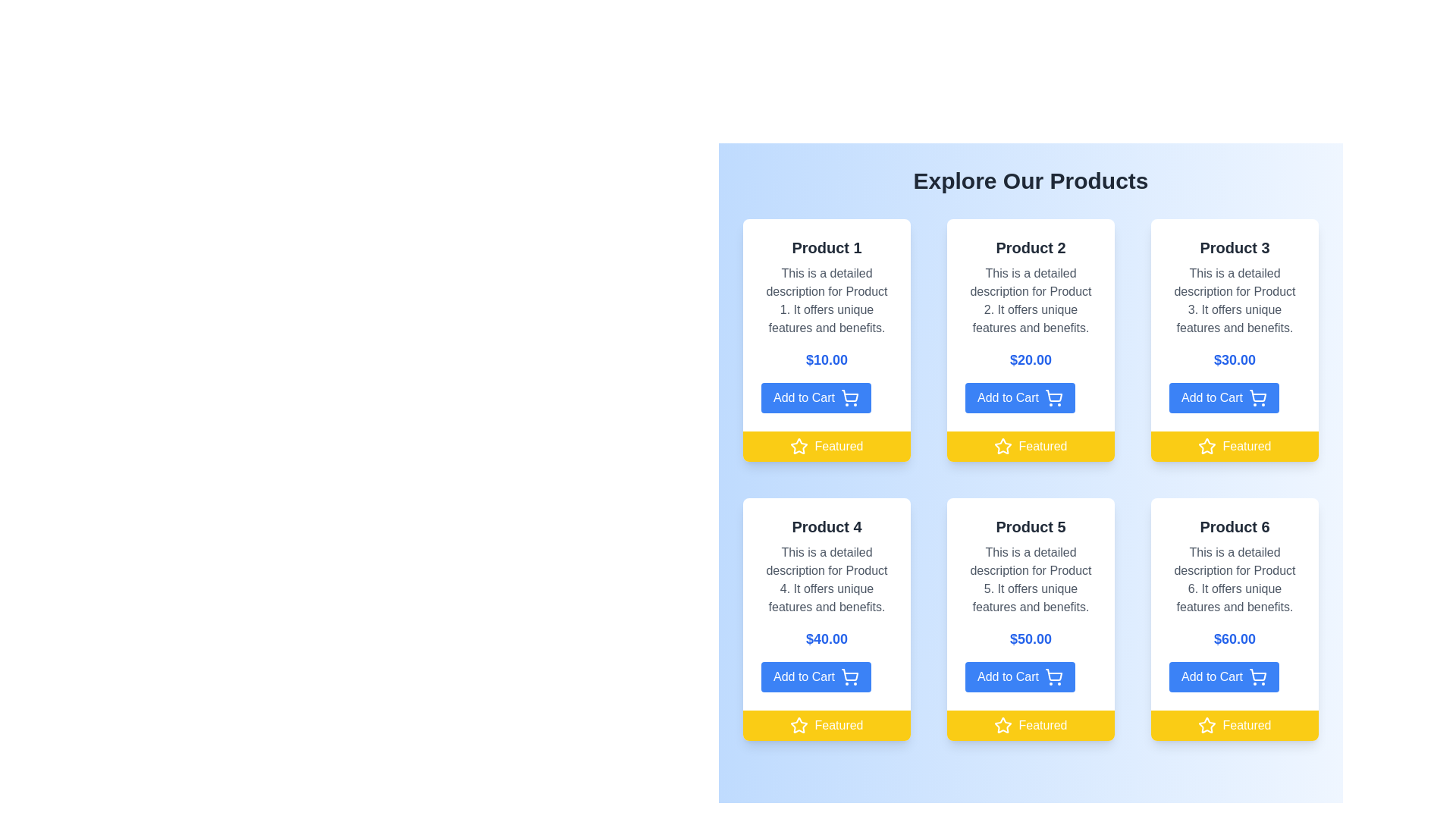 The width and height of the screenshot is (1456, 819). Describe the element at coordinates (1235, 247) in the screenshot. I see `text label displaying 'Product 3', which is styled in bold and larger font, positioned at the top of the product card` at that location.